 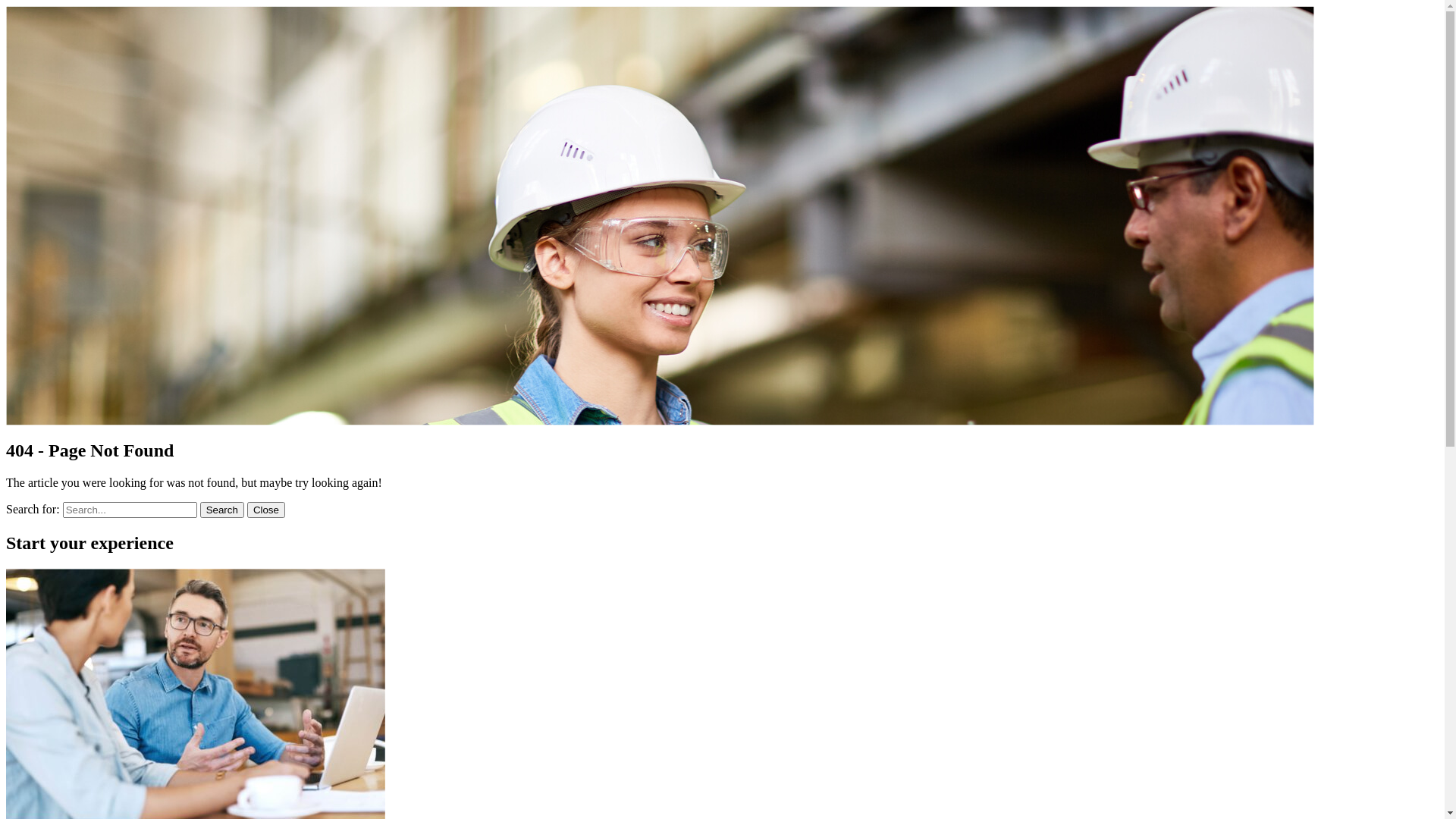 I want to click on 'Close', so click(x=265, y=510).